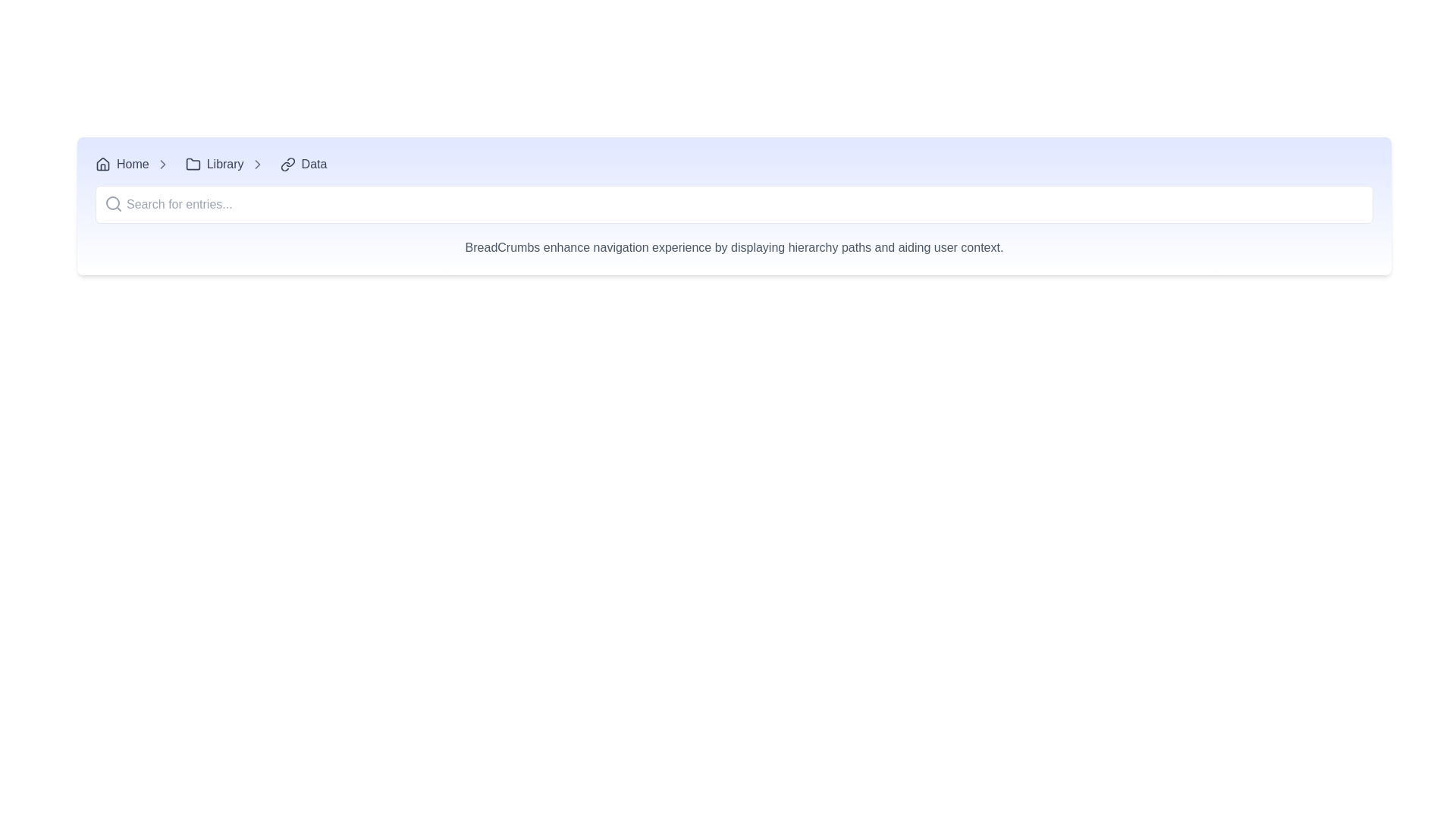  What do you see at coordinates (313, 164) in the screenshot?
I see `the fourth item in the breadcrumb navigation bar that serves as a label or hyperlink for 'Data', to possibly see a tooltip` at bounding box center [313, 164].